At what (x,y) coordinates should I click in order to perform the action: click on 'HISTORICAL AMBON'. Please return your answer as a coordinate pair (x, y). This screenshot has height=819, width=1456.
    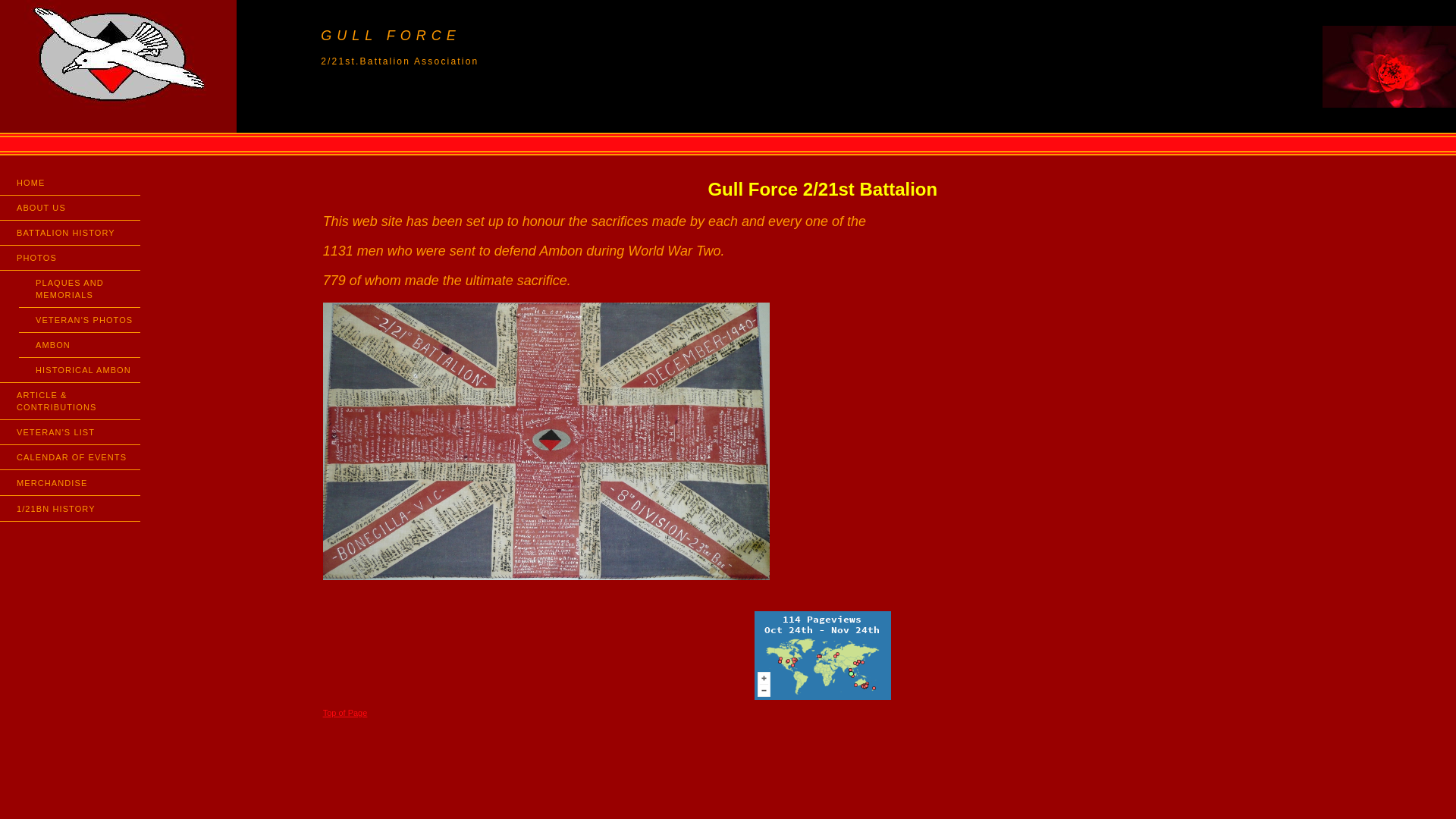
    Looking at the image, I should click on (18, 370).